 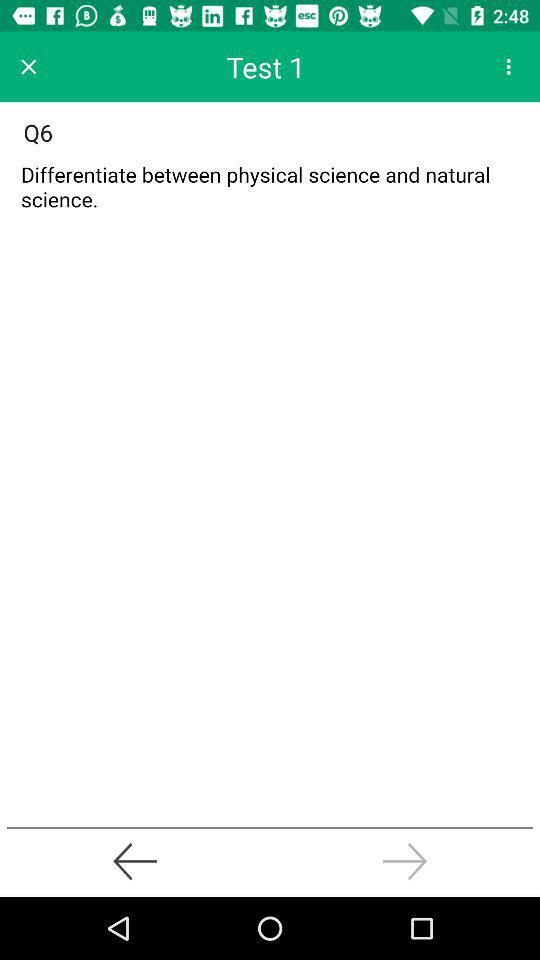 What do you see at coordinates (27, 66) in the screenshot?
I see `closes the app` at bounding box center [27, 66].